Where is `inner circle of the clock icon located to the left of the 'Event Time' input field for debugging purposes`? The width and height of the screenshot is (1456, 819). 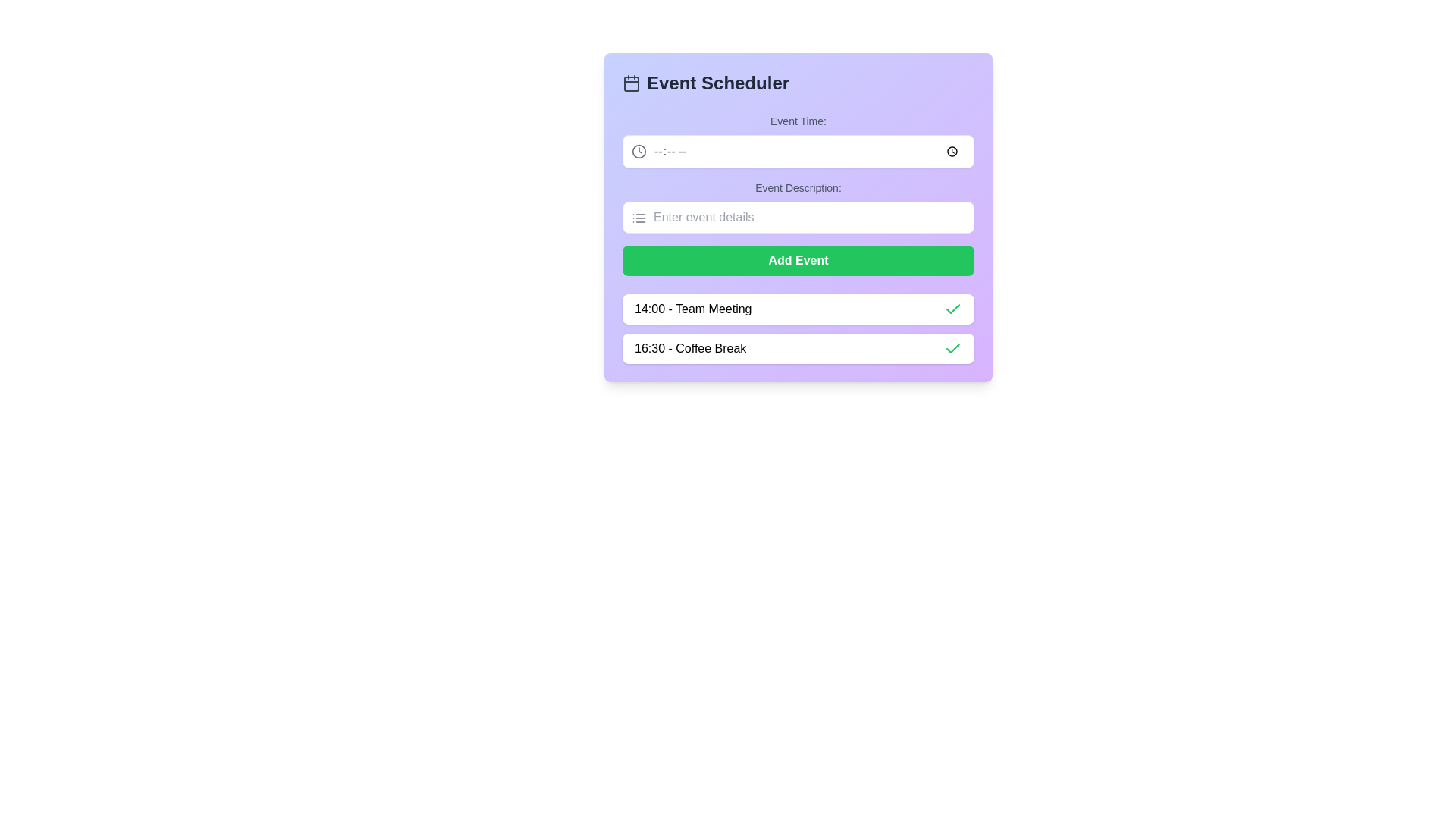 inner circle of the clock icon located to the left of the 'Event Time' input field for debugging purposes is located at coordinates (639, 152).